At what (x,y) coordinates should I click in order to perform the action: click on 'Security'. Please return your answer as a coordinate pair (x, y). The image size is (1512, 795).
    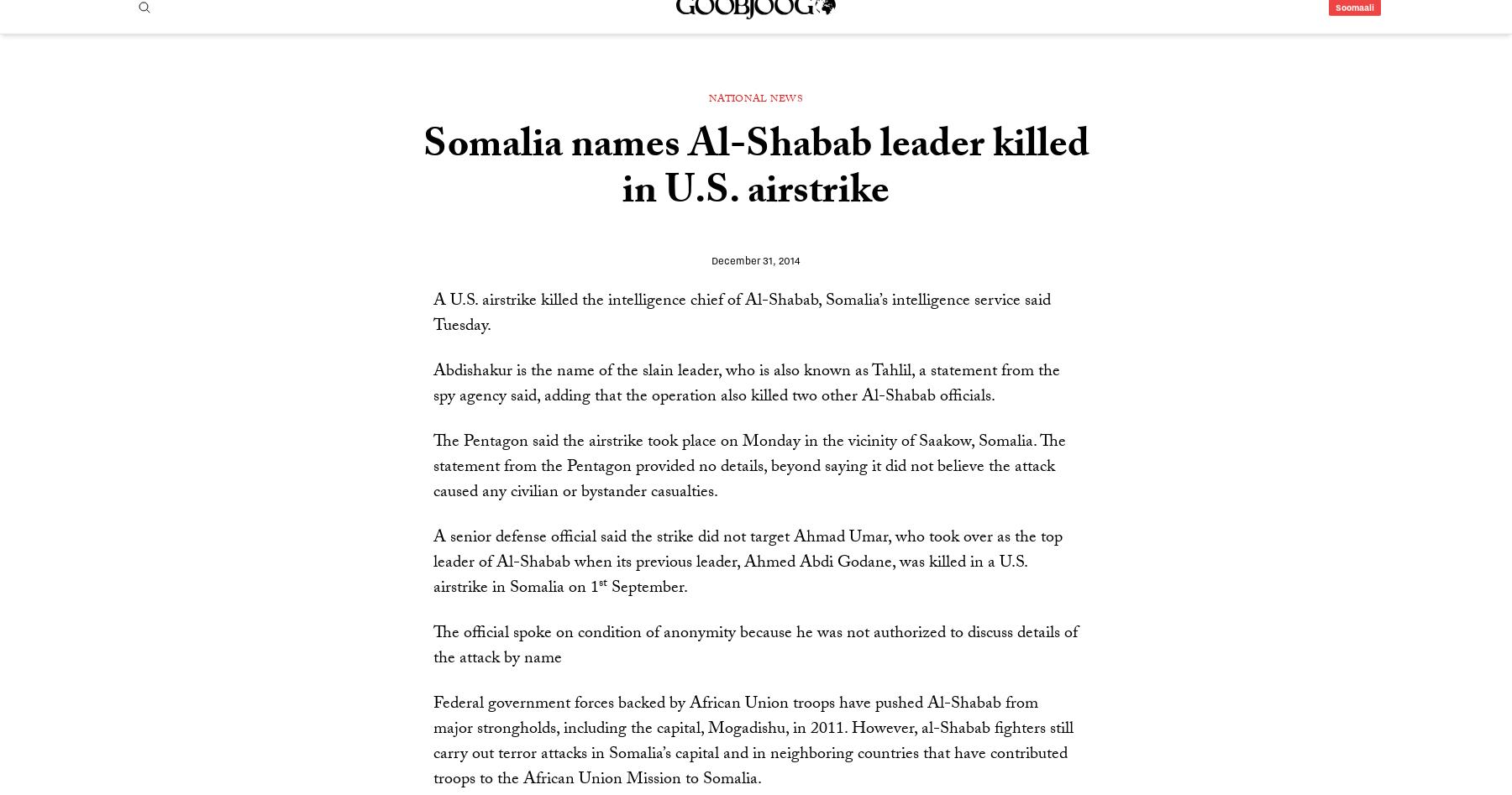
    Looking at the image, I should click on (1059, 77).